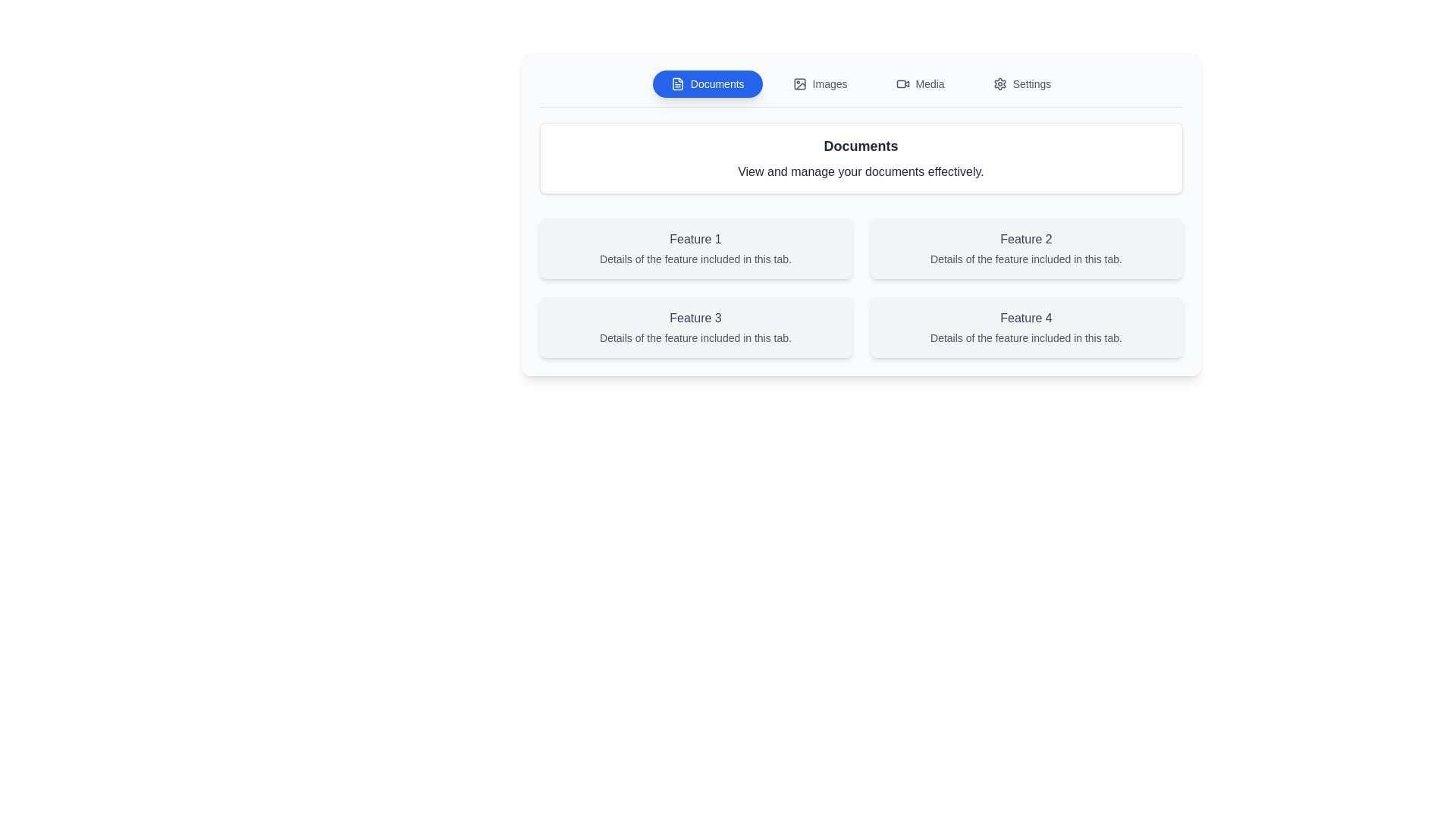 The image size is (1456, 819). Describe the element at coordinates (1026, 259) in the screenshot. I see `the Text Label located beneath the heading 'Feature 2' in the upper right quadrant of the interface, which provides descriptive information about 'Feature 2'` at that location.